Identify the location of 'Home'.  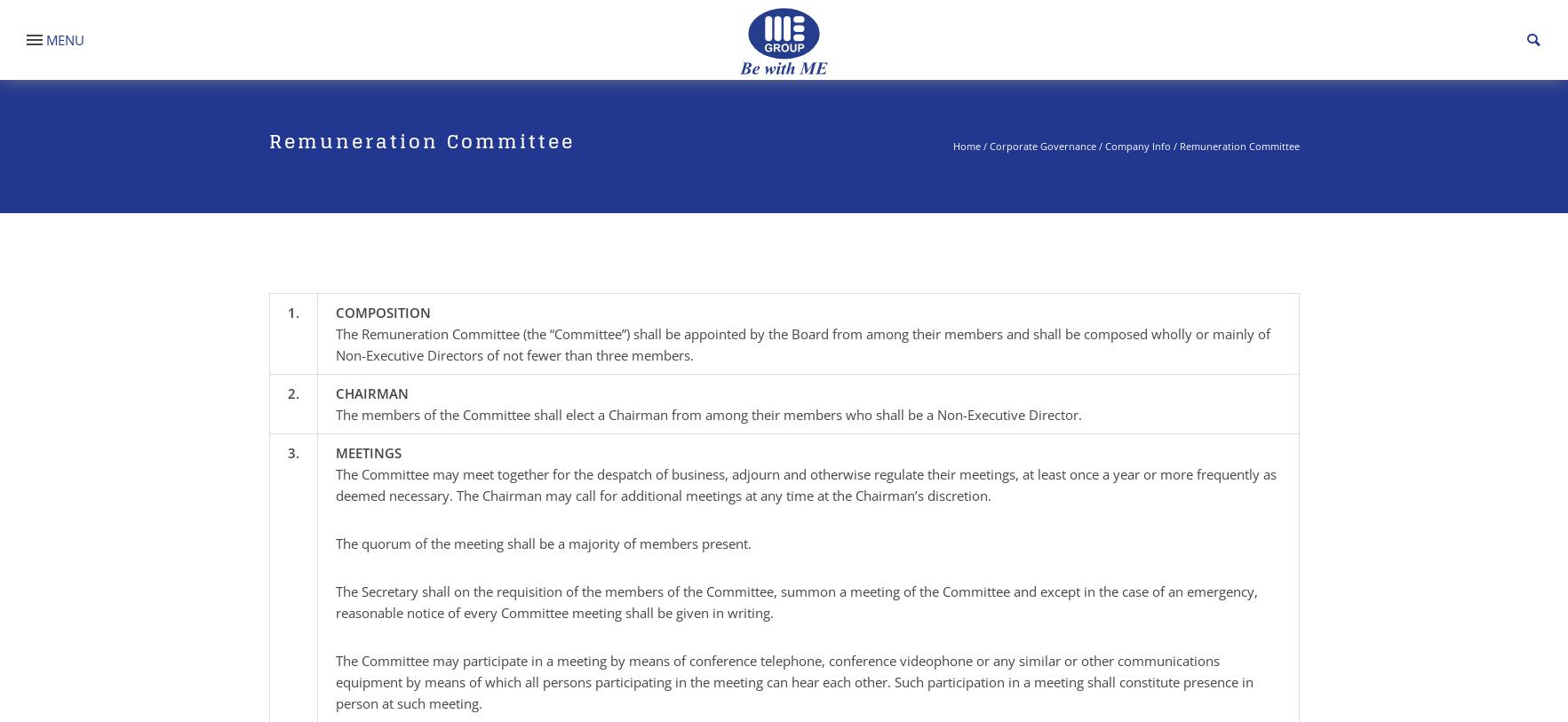
(966, 145).